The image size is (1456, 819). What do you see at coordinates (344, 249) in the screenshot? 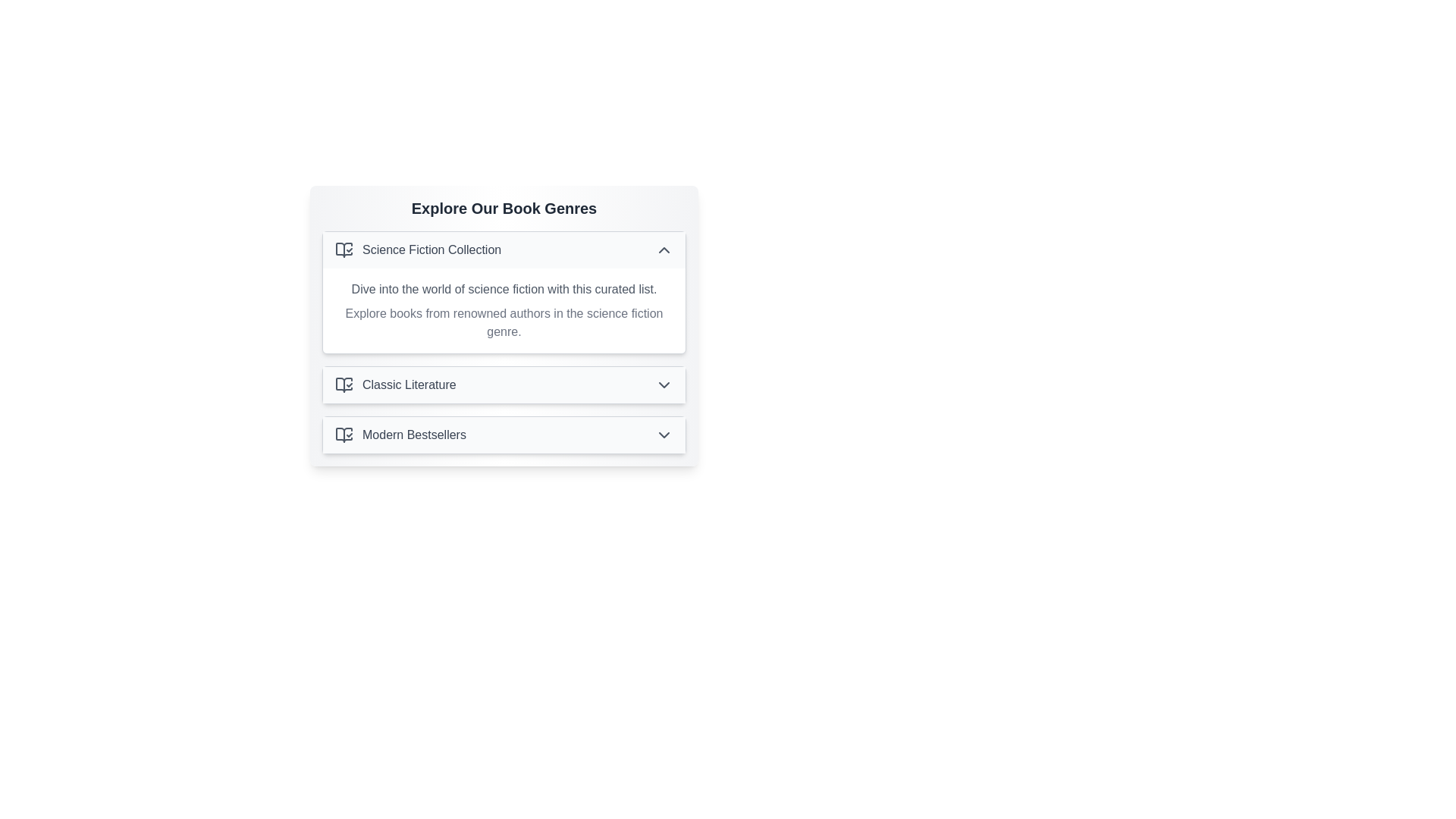
I see `the book genre icon that indicates the 'Science Fiction Collection' selection, which features a checkmark for confirmation, located in the top-left corner of the section` at bounding box center [344, 249].